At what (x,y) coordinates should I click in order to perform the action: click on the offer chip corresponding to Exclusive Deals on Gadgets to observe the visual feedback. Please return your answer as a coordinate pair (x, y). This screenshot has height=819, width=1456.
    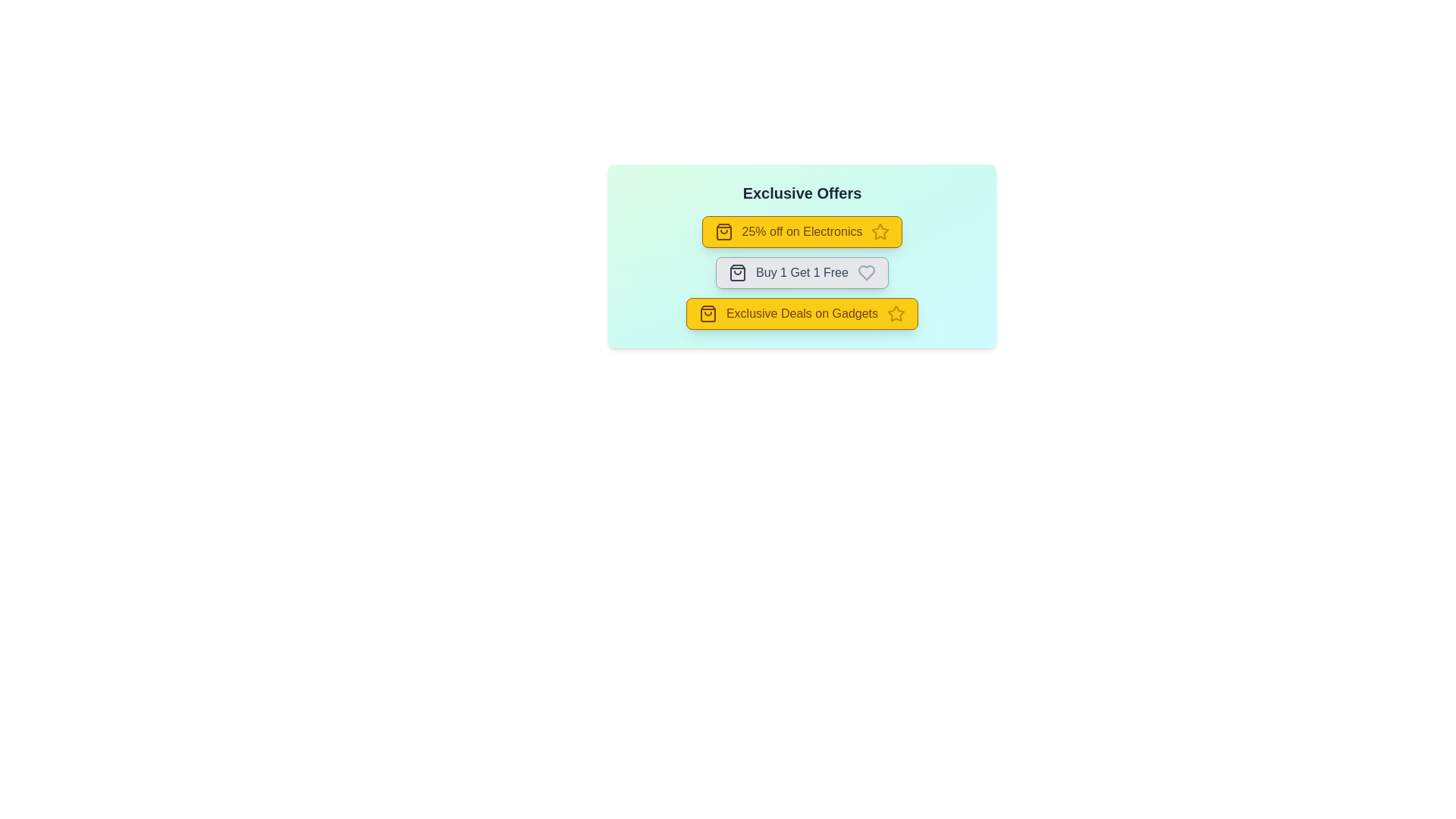
    Looking at the image, I should click on (801, 312).